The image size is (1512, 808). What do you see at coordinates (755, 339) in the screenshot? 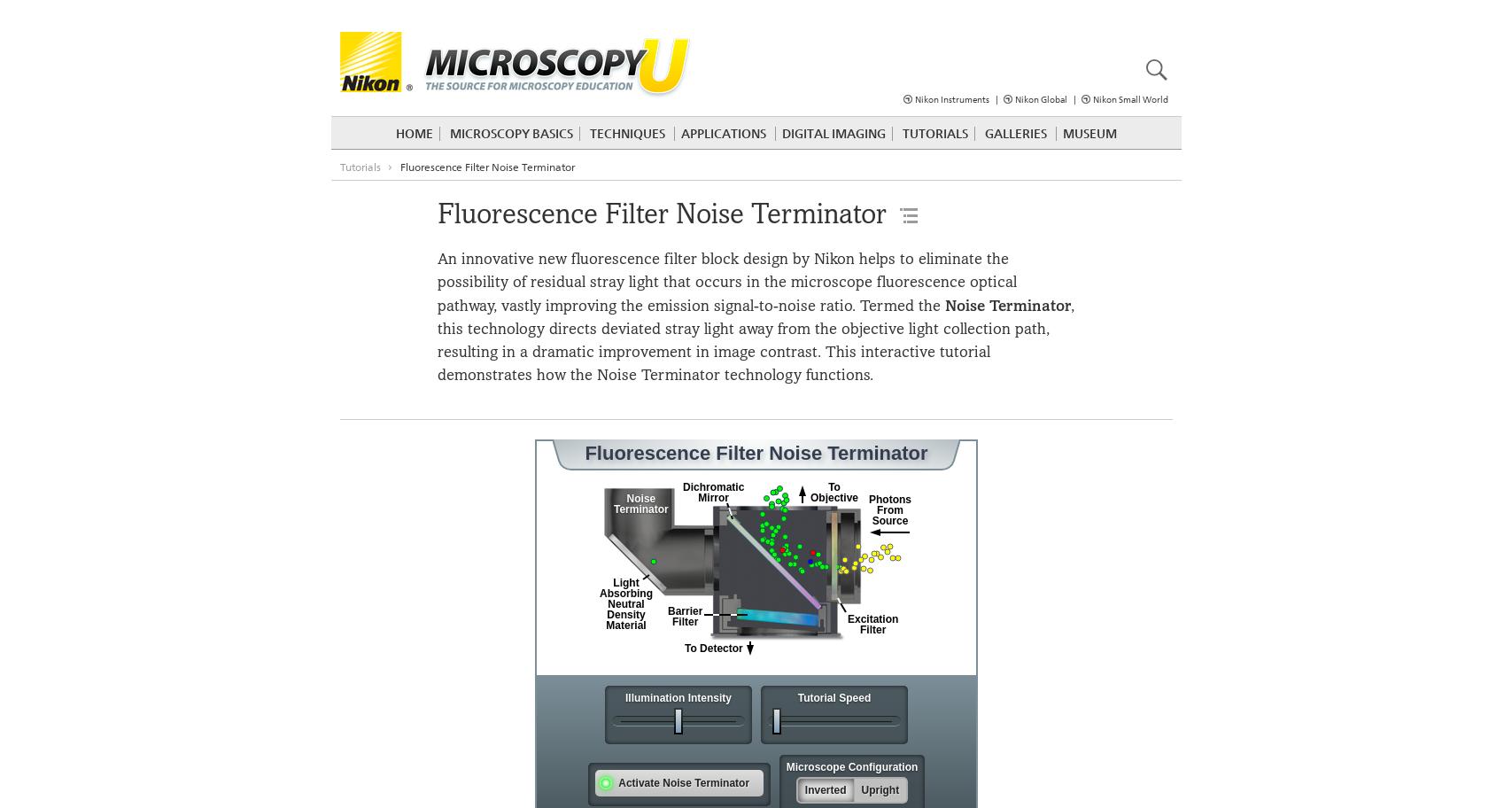
I see `', this technology directs deviated stray light away from the objective light collection path, resulting in a dramatic improvement in image contrast. This interactive tutorial demonstrates how the Noise Terminator technology functions.'` at bounding box center [755, 339].